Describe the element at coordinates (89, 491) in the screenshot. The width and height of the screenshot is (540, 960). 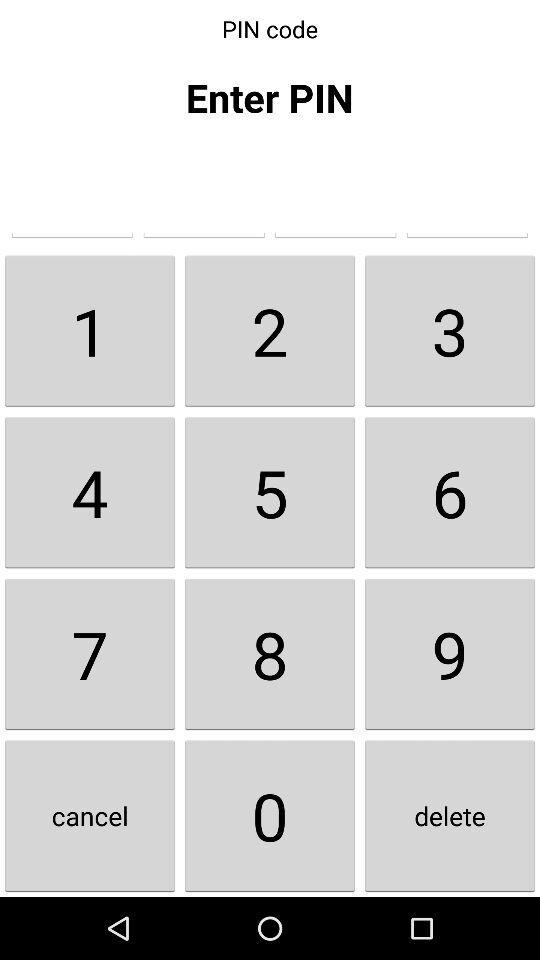
I see `icon below 1 icon` at that location.